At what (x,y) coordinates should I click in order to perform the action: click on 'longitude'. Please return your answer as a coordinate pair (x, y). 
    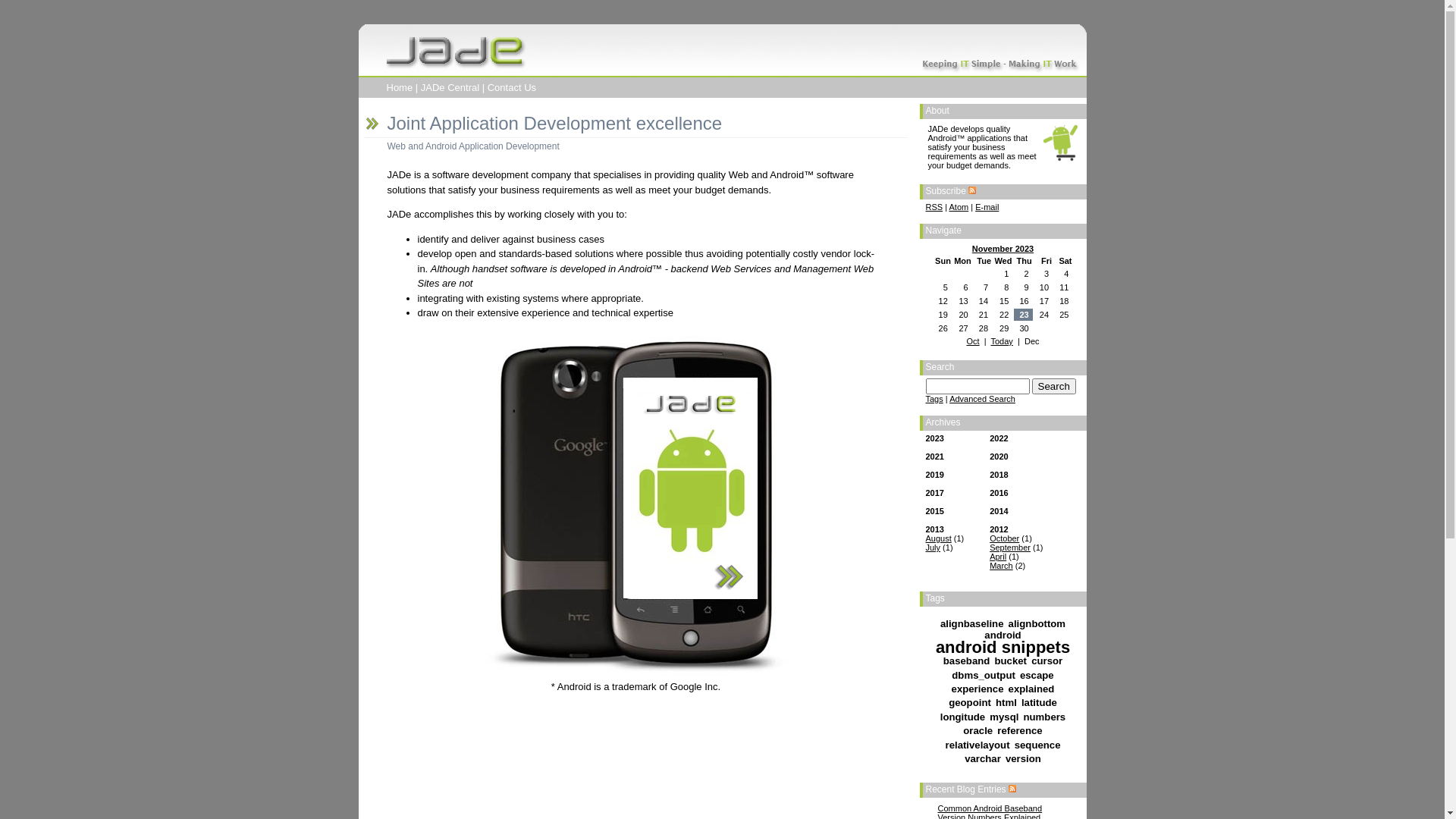
    Looking at the image, I should click on (962, 717).